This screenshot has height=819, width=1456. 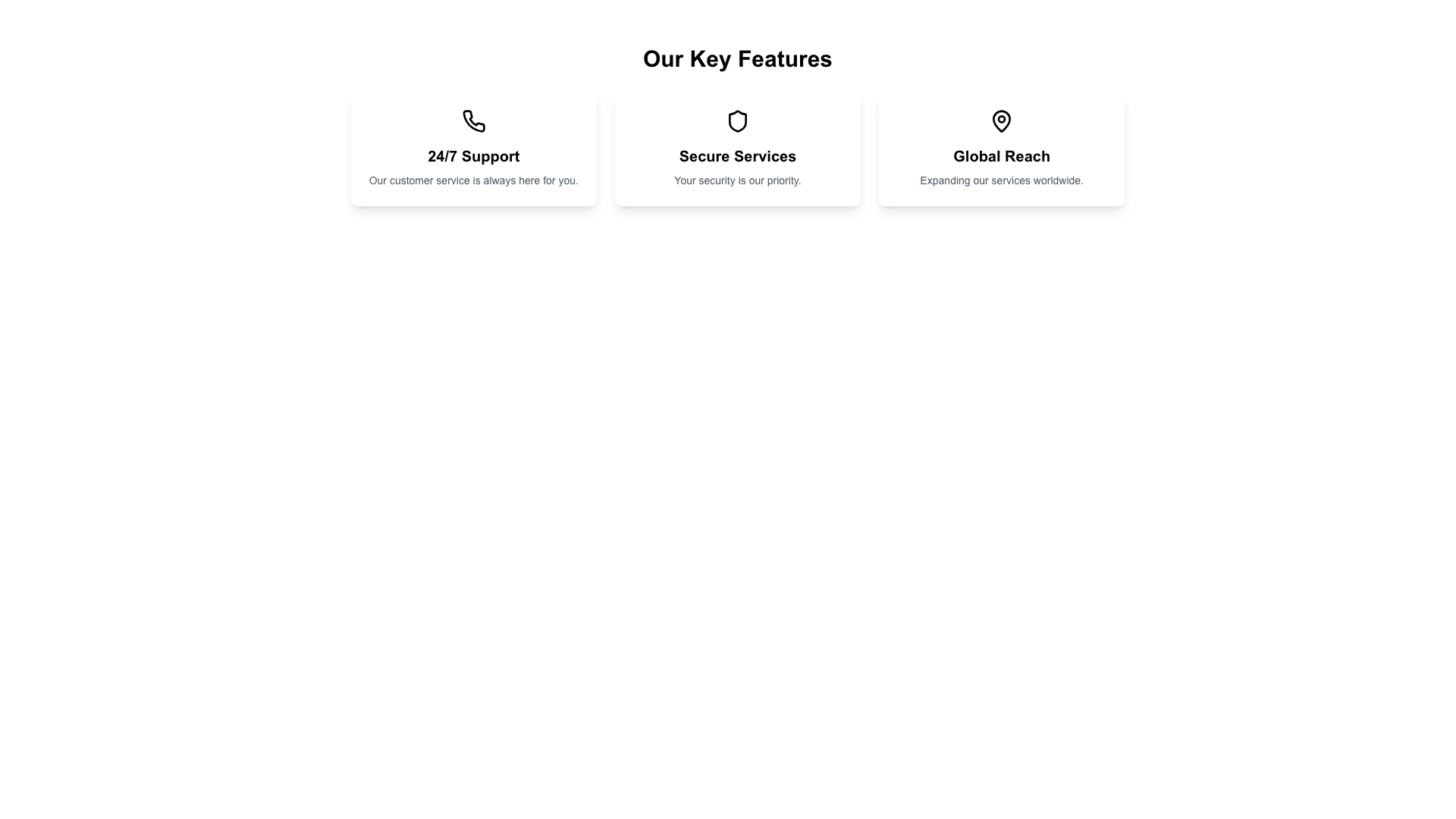 I want to click on text header labeled 'Our Key Features' which is styled in bold and positioned at the top of the features section, so click(x=738, y=58).